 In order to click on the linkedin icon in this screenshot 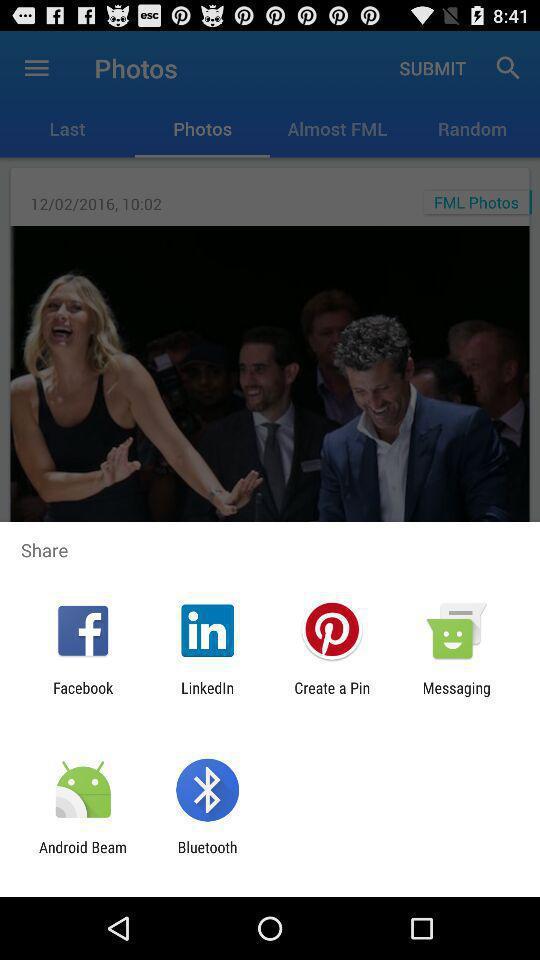, I will do `click(206, 696)`.